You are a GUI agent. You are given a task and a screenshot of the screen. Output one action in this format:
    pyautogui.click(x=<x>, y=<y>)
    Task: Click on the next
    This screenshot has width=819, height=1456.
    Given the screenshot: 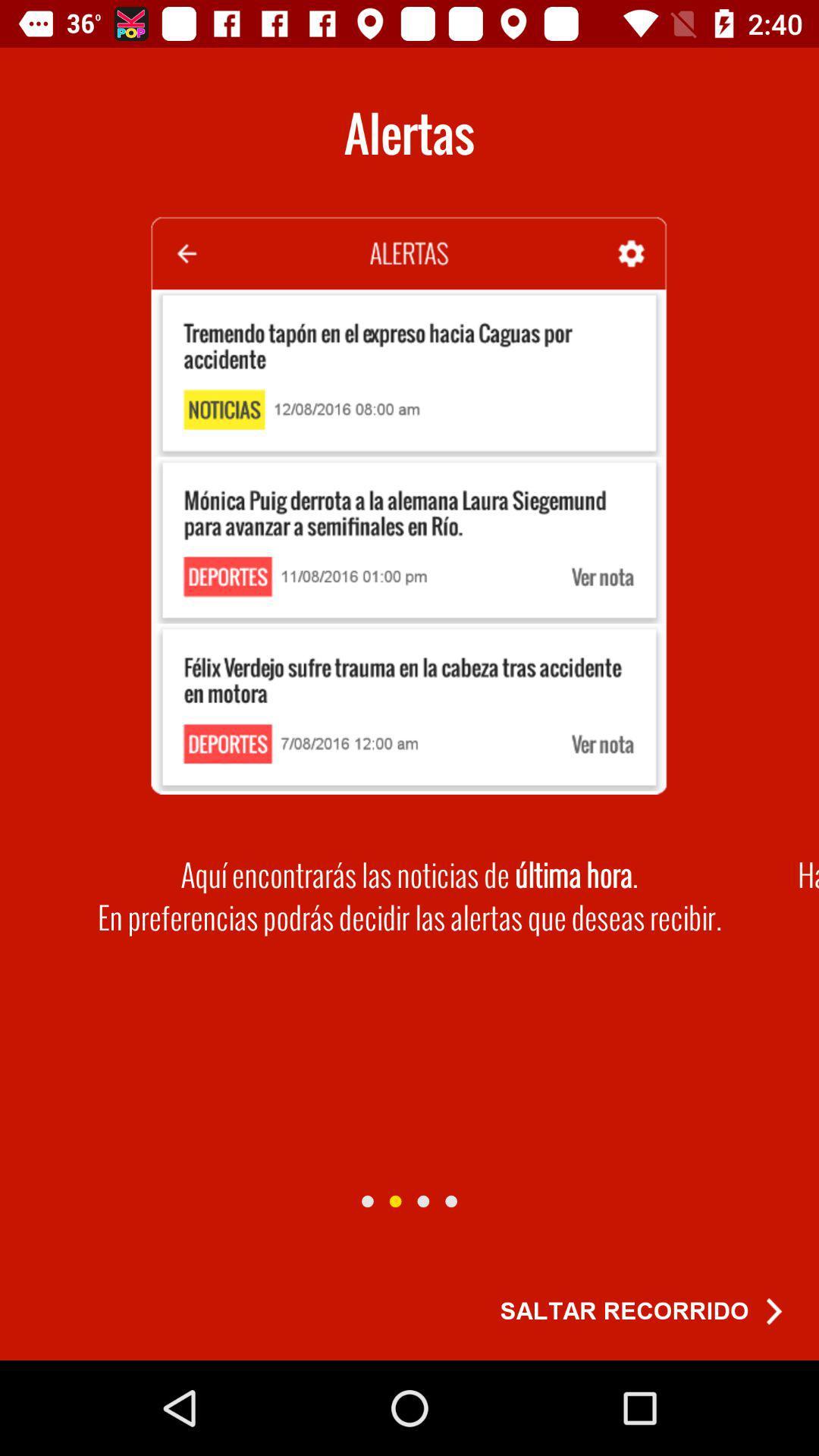 What is the action you would take?
    pyautogui.click(x=394, y=1200)
    